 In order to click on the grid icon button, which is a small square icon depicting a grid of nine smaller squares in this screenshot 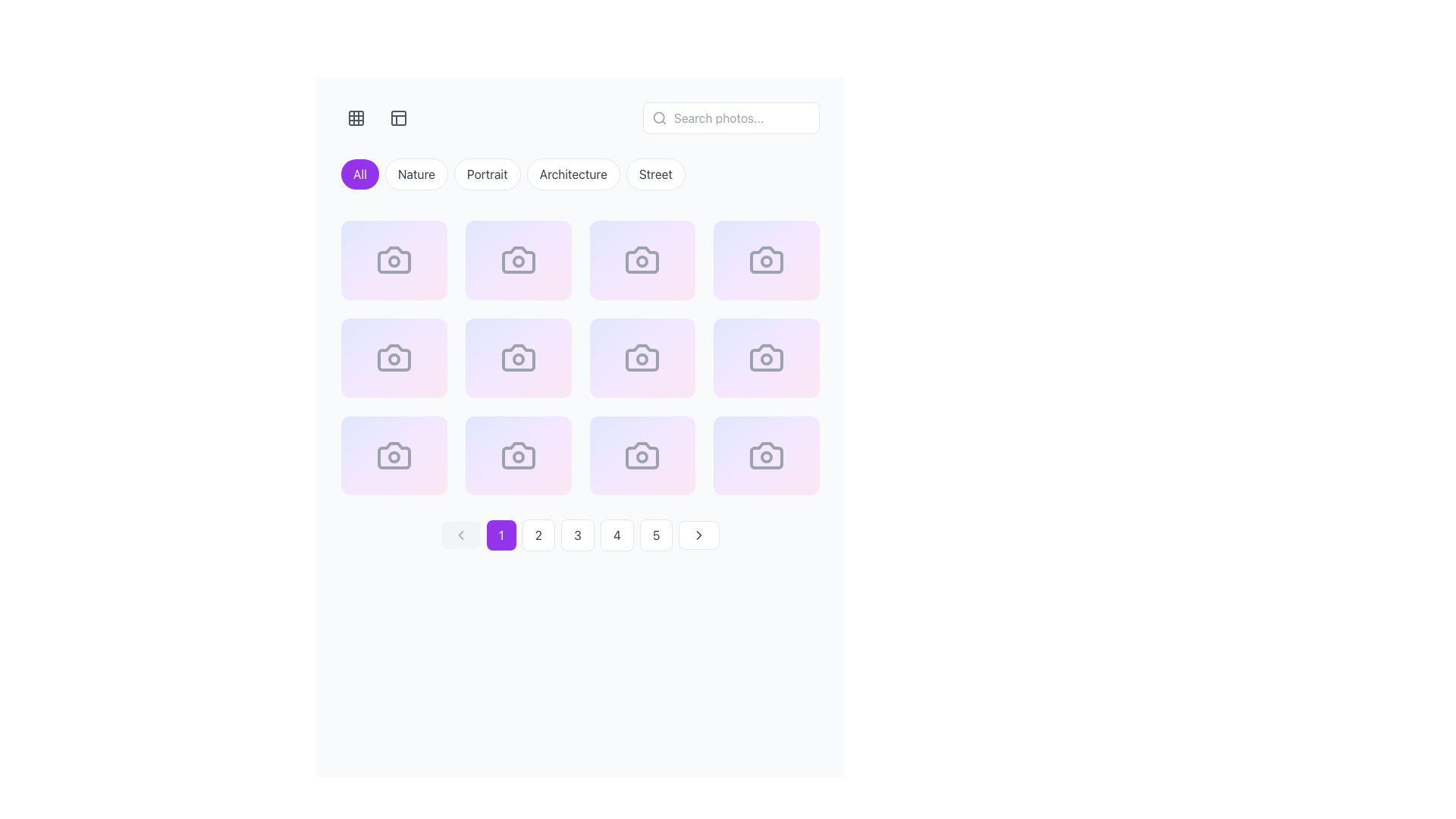, I will do `click(356, 117)`.